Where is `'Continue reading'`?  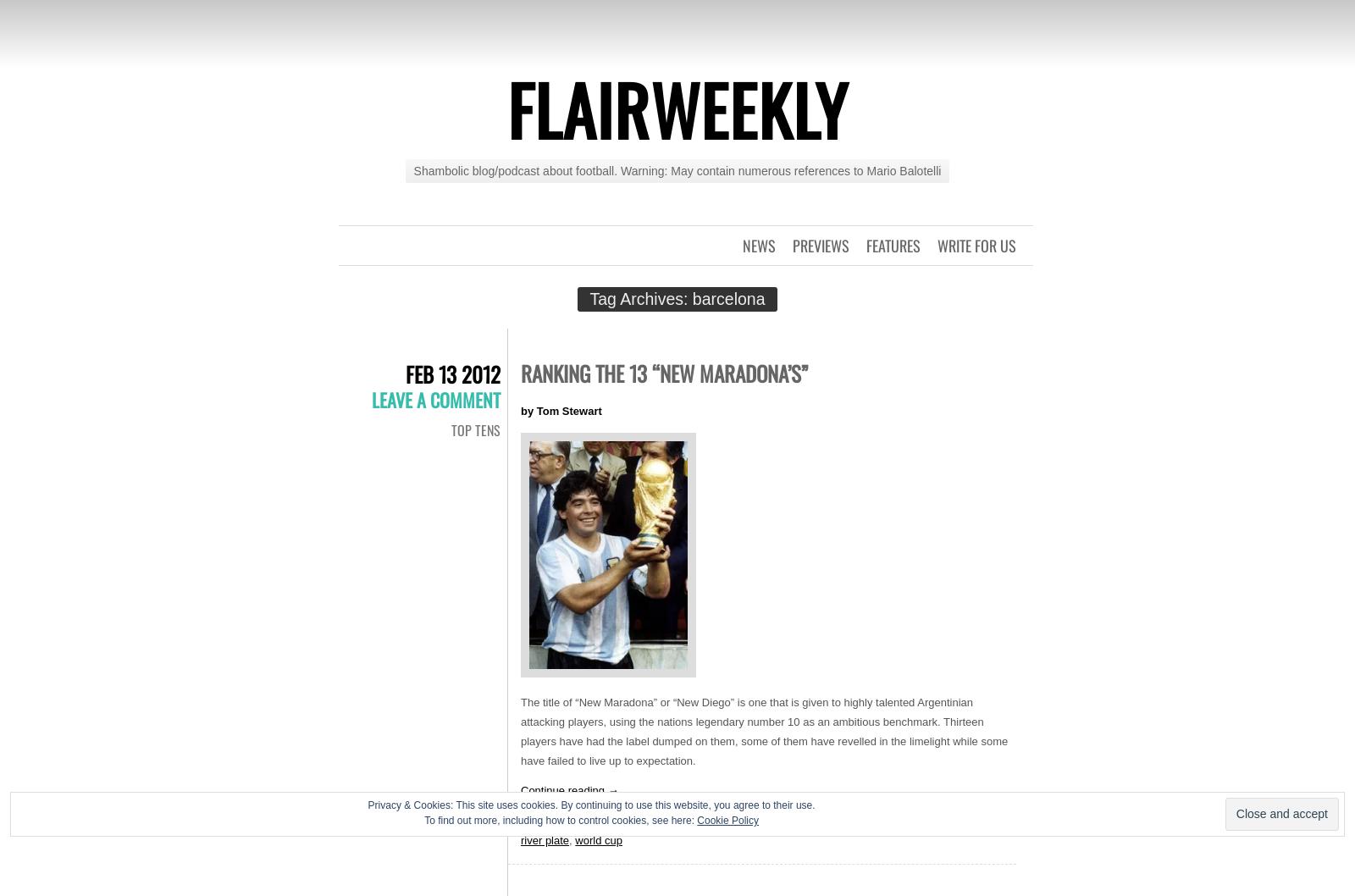 'Continue reading' is located at coordinates (564, 790).